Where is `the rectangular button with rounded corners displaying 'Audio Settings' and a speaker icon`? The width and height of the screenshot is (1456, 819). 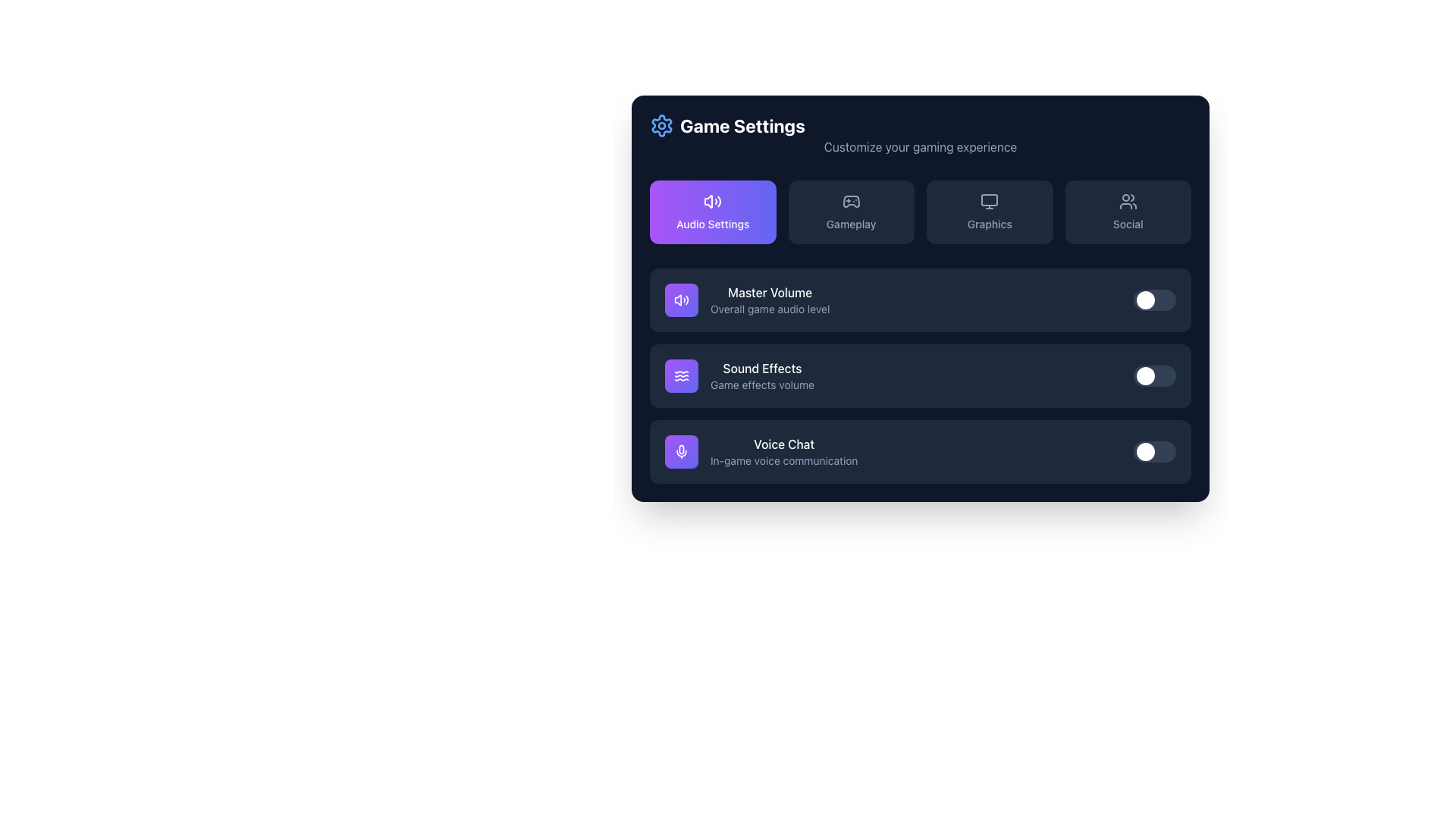
the rectangular button with rounded corners displaying 'Audio Settings' and a speaker icon is located at coordinates (712, 212).